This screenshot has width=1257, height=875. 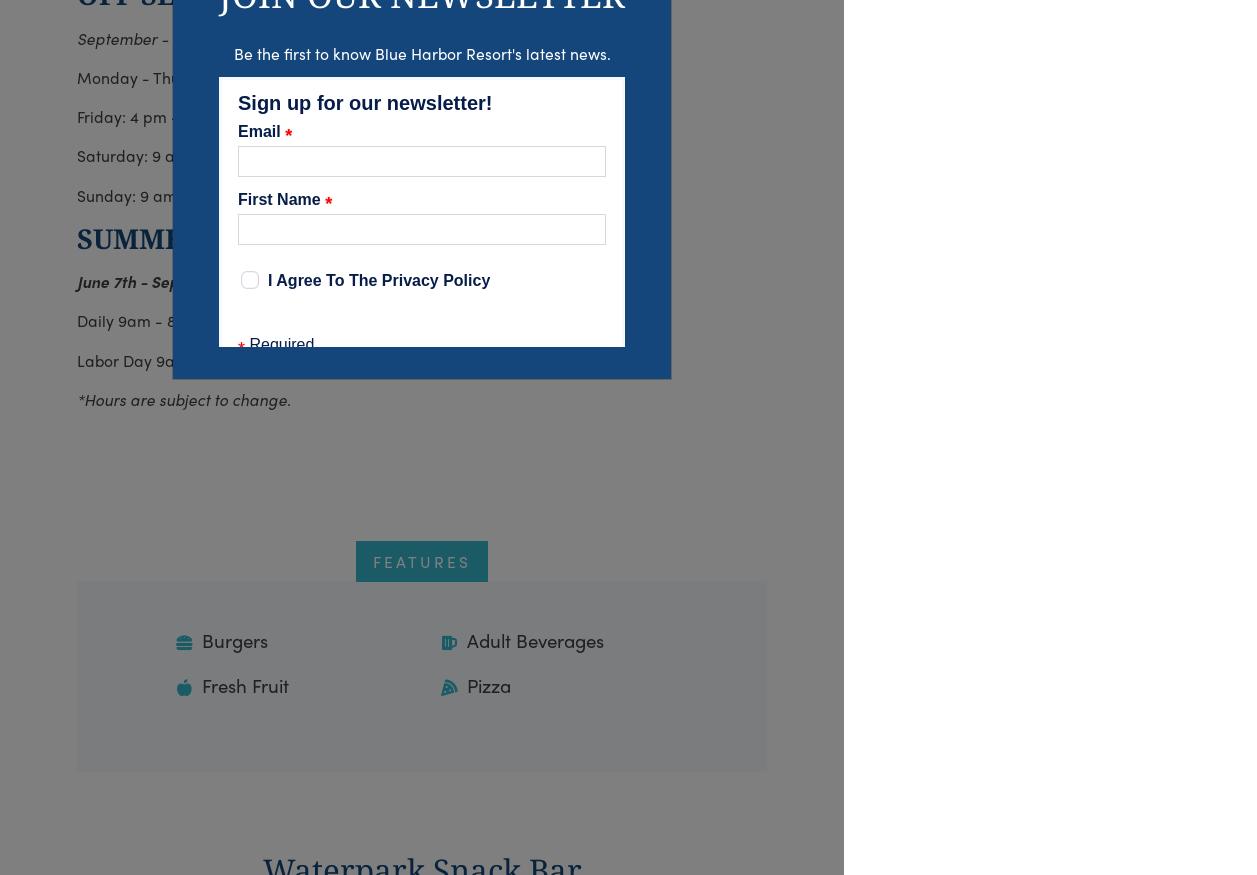 What do you see at coordinates (243, 684) in the screenshot?
I see `'Fresh Fruit'` at bounding box center [243, 684].